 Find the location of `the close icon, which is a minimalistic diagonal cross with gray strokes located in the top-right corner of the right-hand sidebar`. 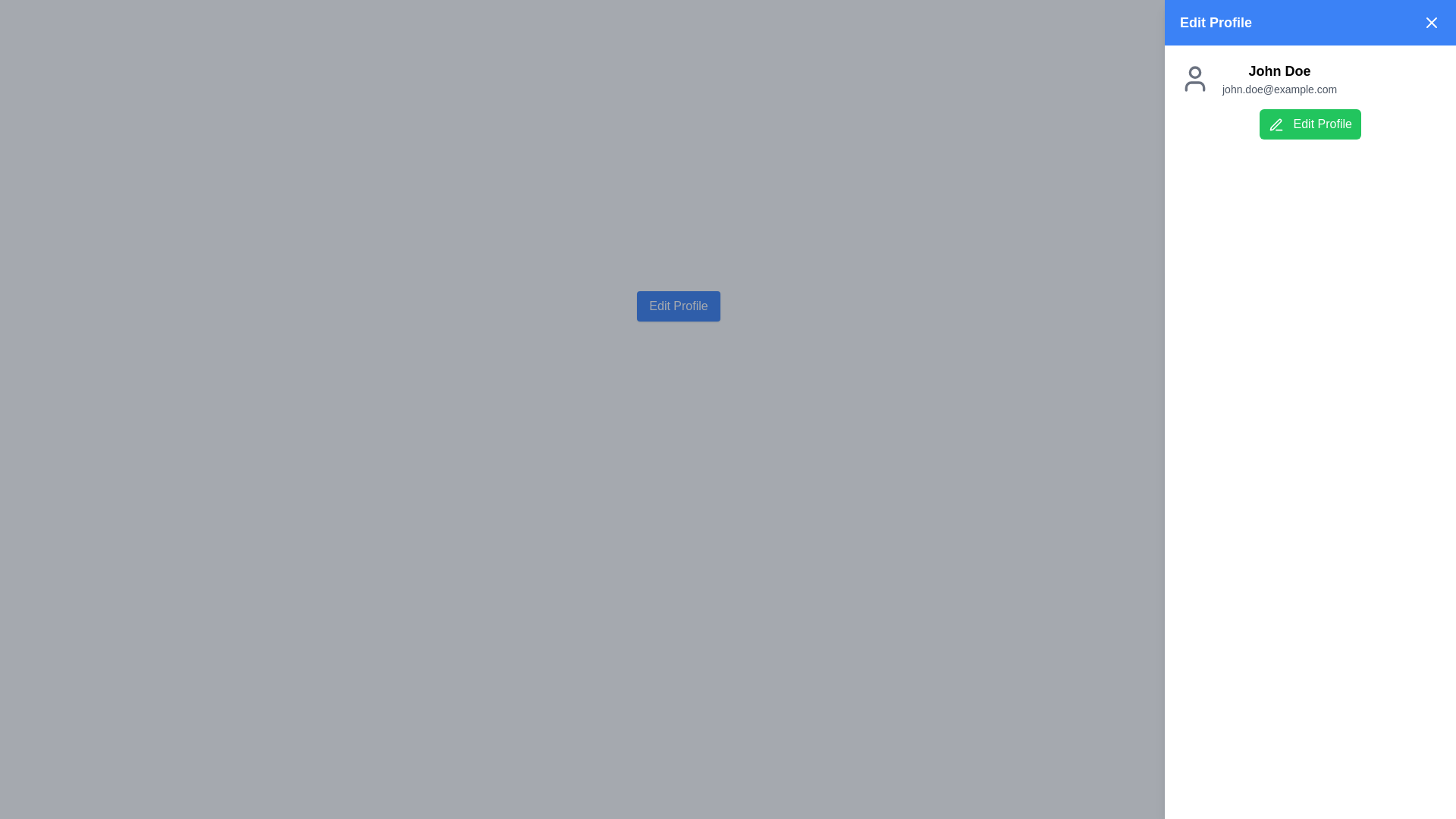

the close icon, which is a minimalistic diagonal cross with gray strokes located in the top-right corner of the right-hand sidebar is located at coordinates (1430, 23).